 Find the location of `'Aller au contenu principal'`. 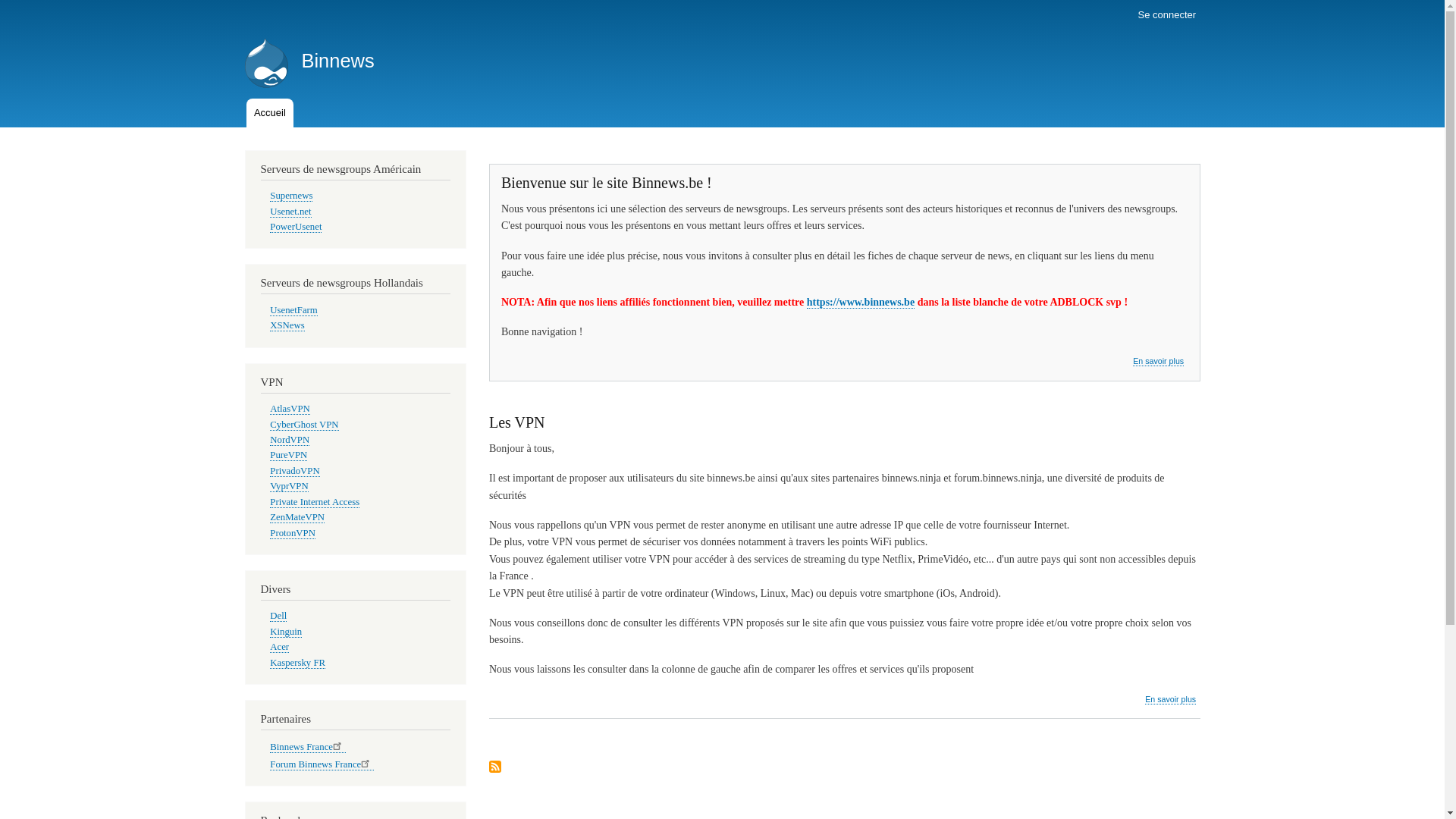

'Aller au contenu principal' is located at coordinates (721, 2).